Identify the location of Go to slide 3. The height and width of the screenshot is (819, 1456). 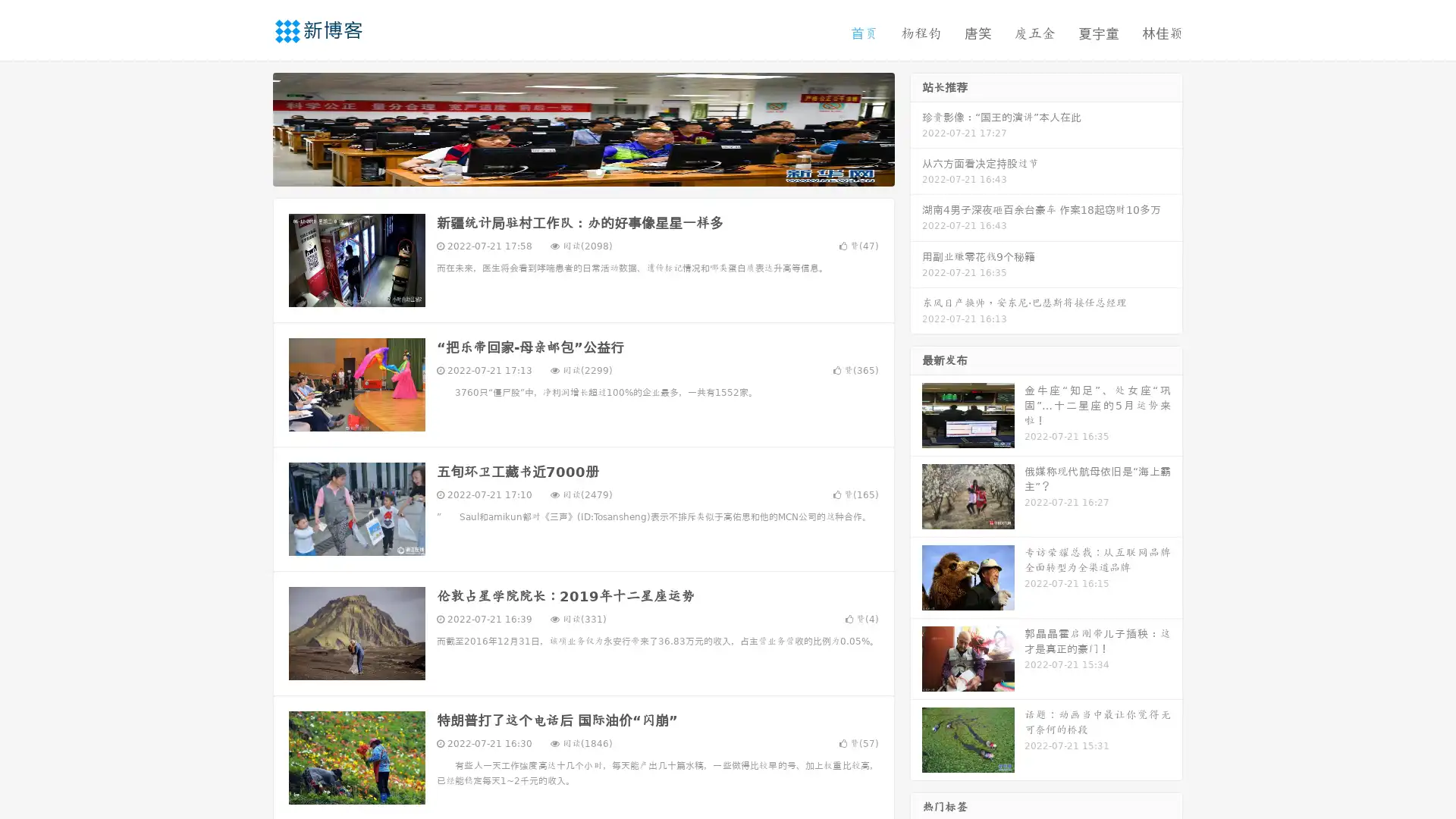
(598, 171).